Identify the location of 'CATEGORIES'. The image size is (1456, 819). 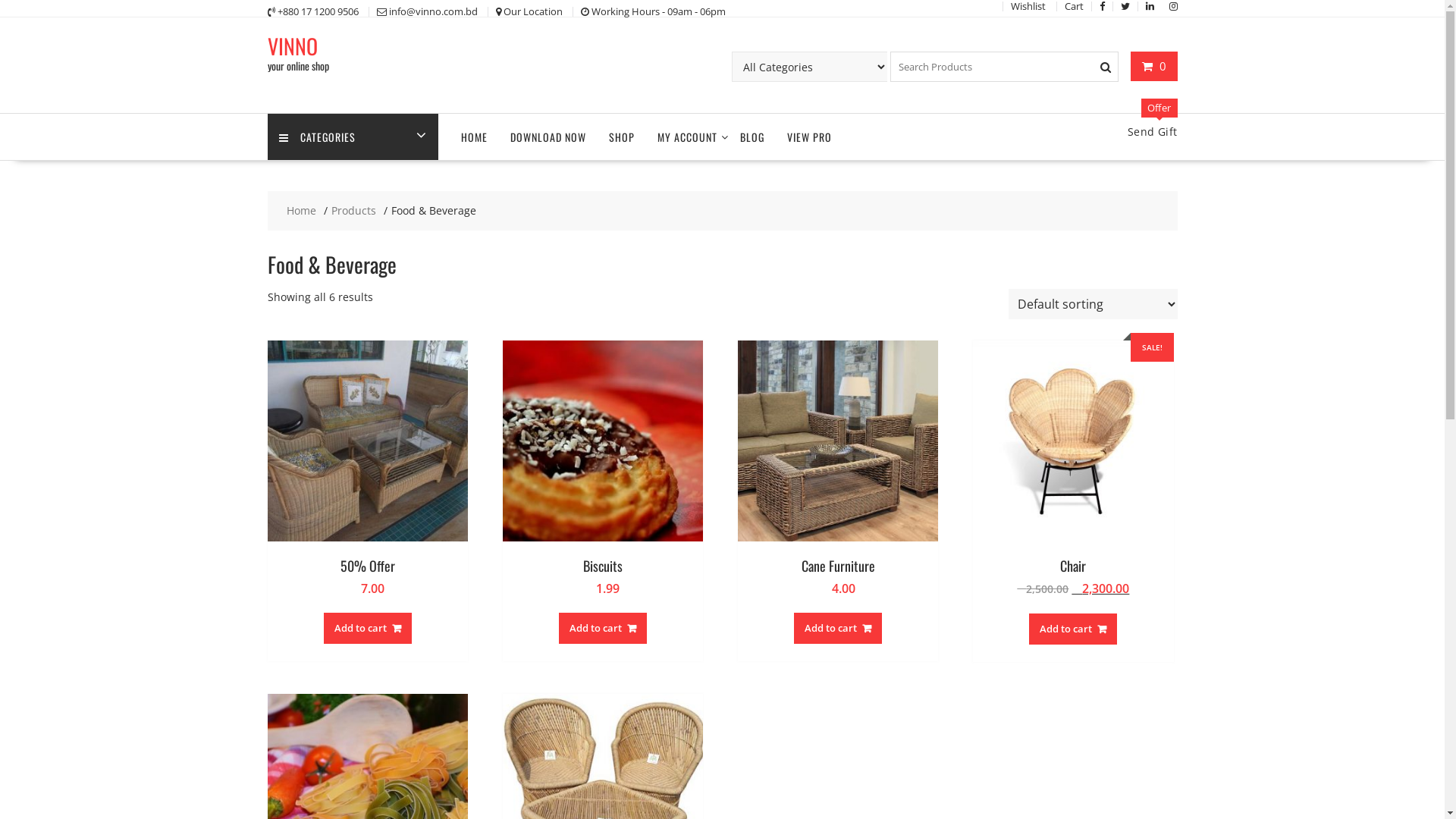
(351, 136).